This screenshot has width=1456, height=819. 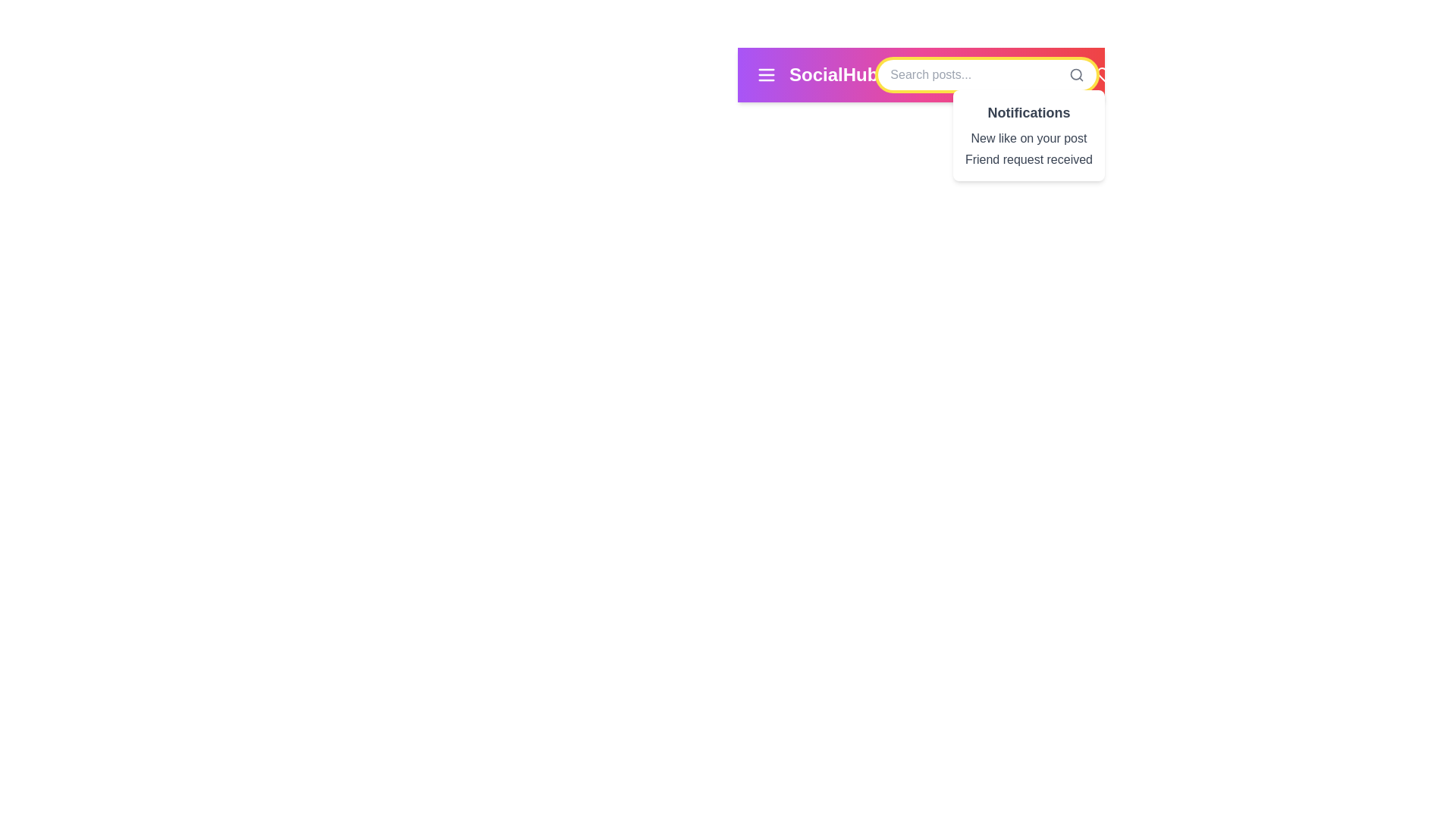 I want to click on the notification bell icon to toggle notifications, so click(x=1142, y=75).